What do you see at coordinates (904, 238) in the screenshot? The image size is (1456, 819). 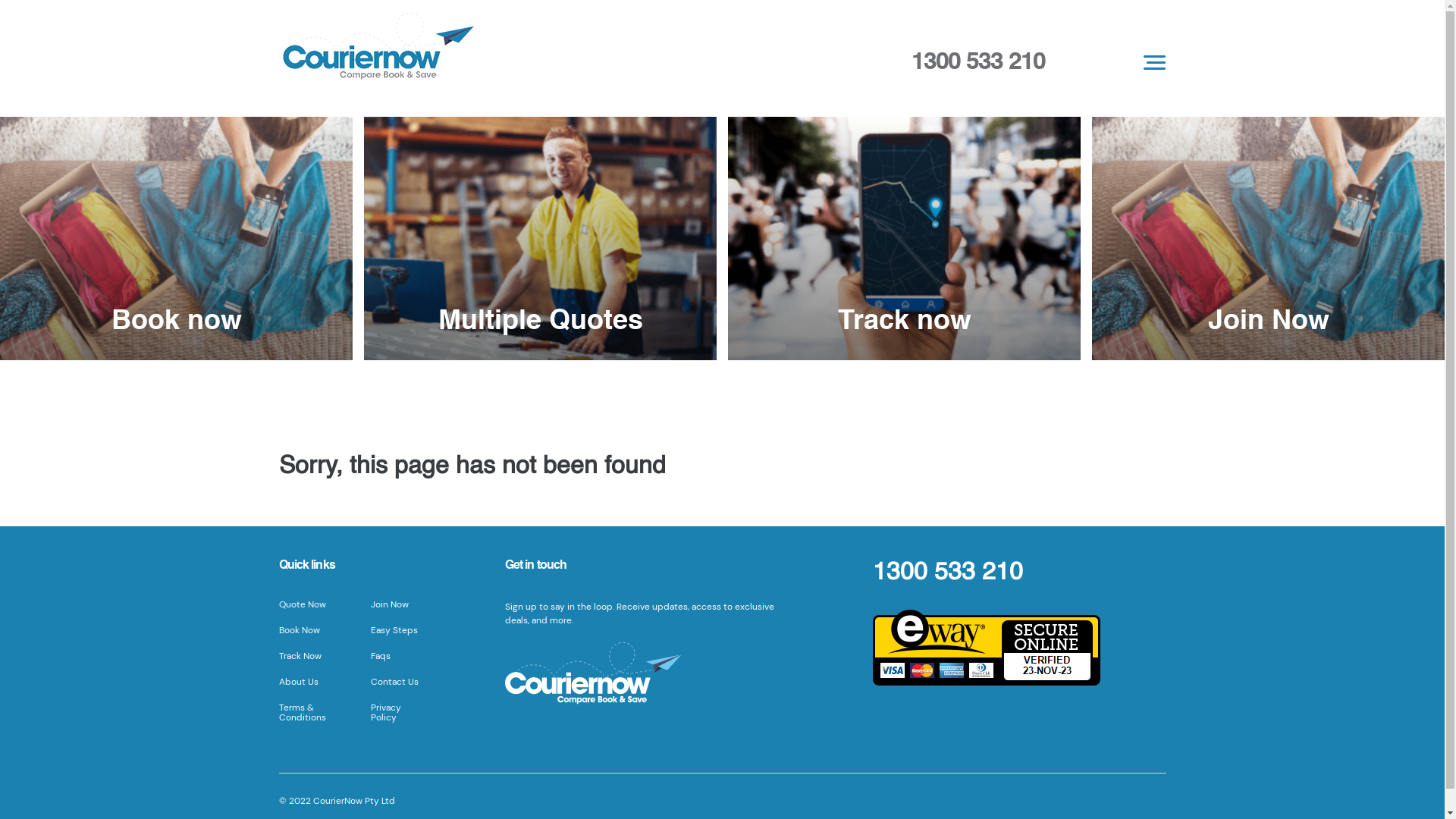 I see `'Track now'` at bounding box center [904, 238].